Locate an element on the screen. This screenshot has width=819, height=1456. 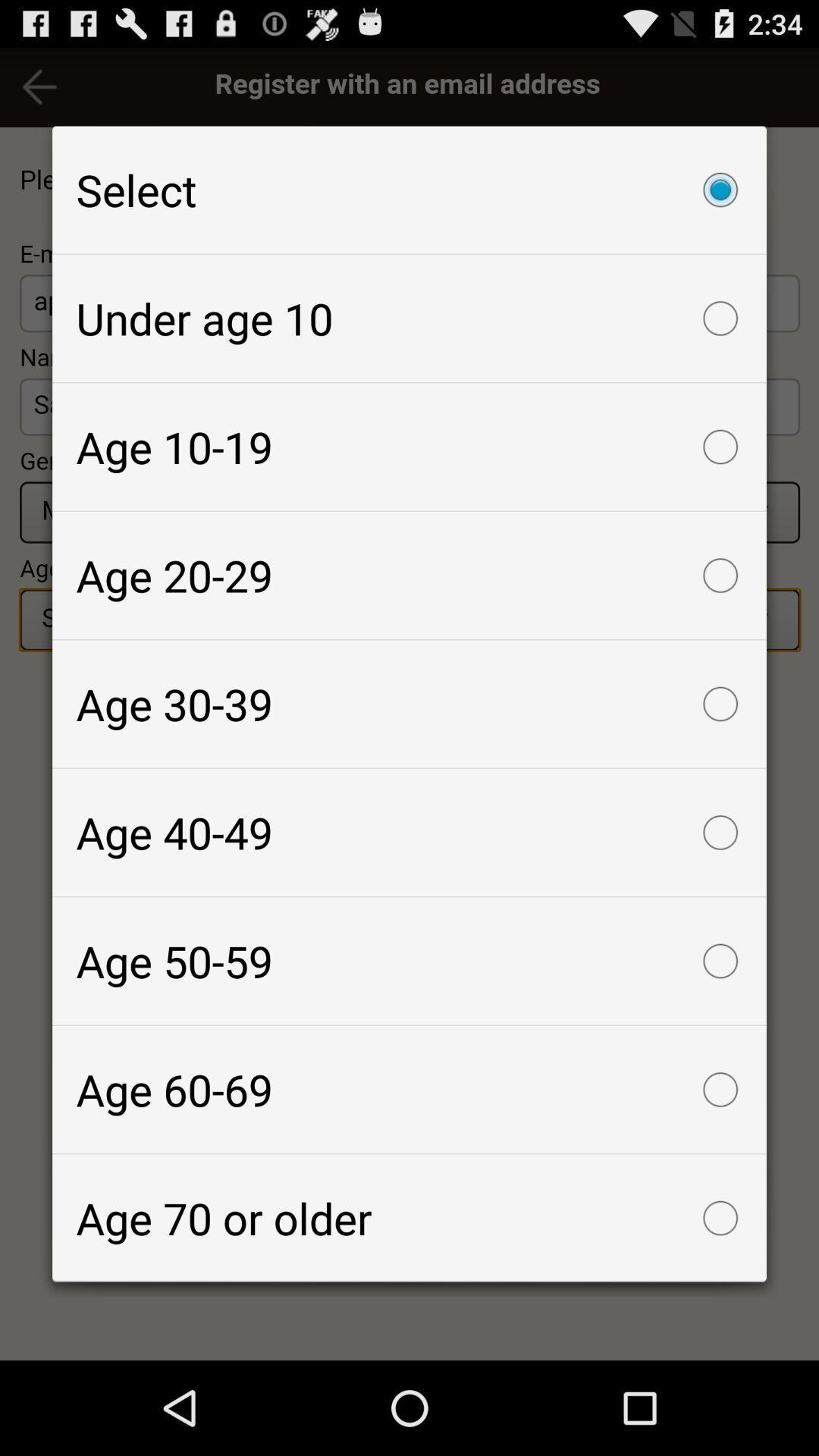
the item above age 60-69 icon is located at coordinates (409, 960).